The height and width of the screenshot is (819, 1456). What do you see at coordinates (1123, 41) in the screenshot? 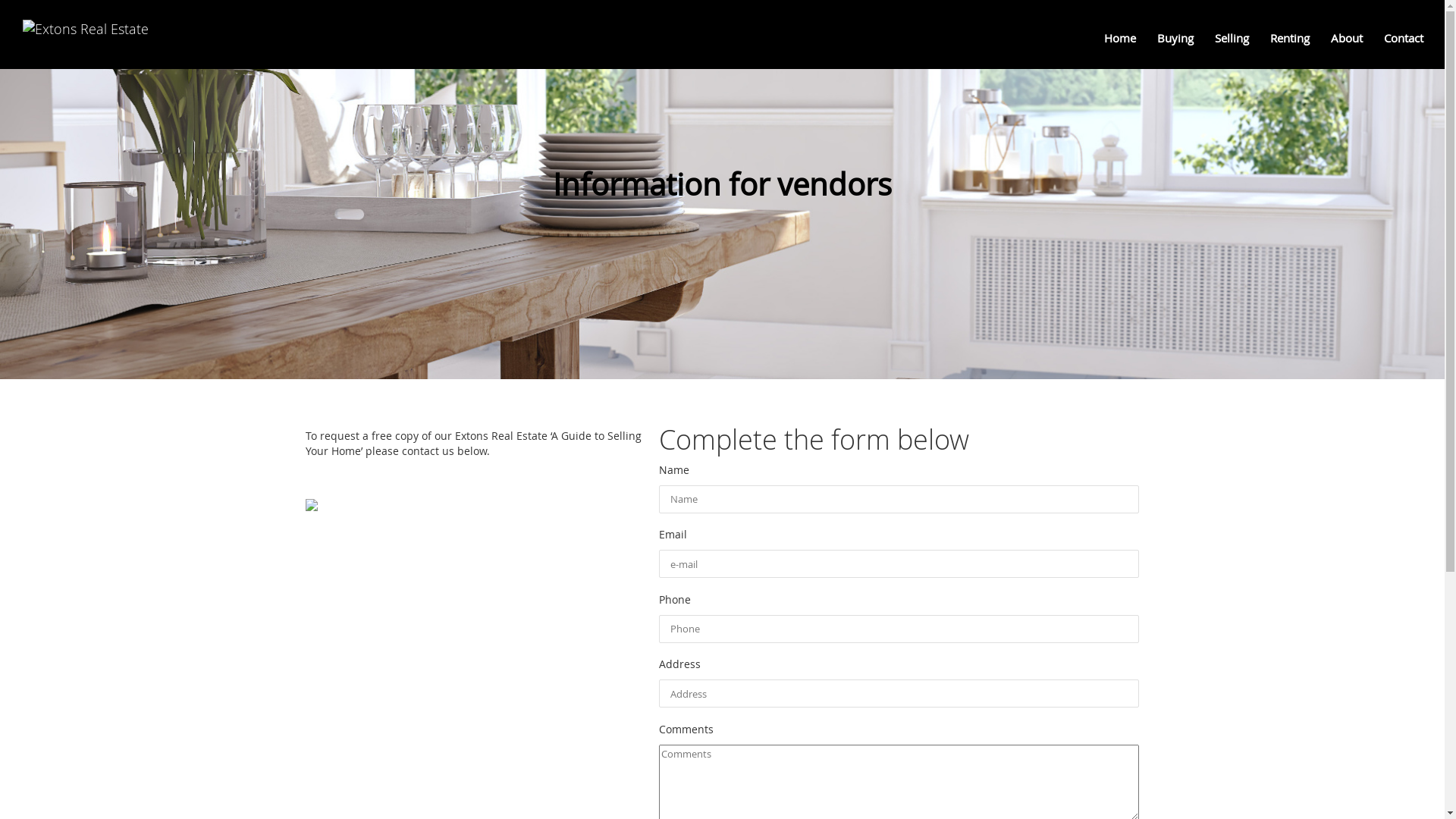
I see `'Home  '` at bounding box center [1123, 41].